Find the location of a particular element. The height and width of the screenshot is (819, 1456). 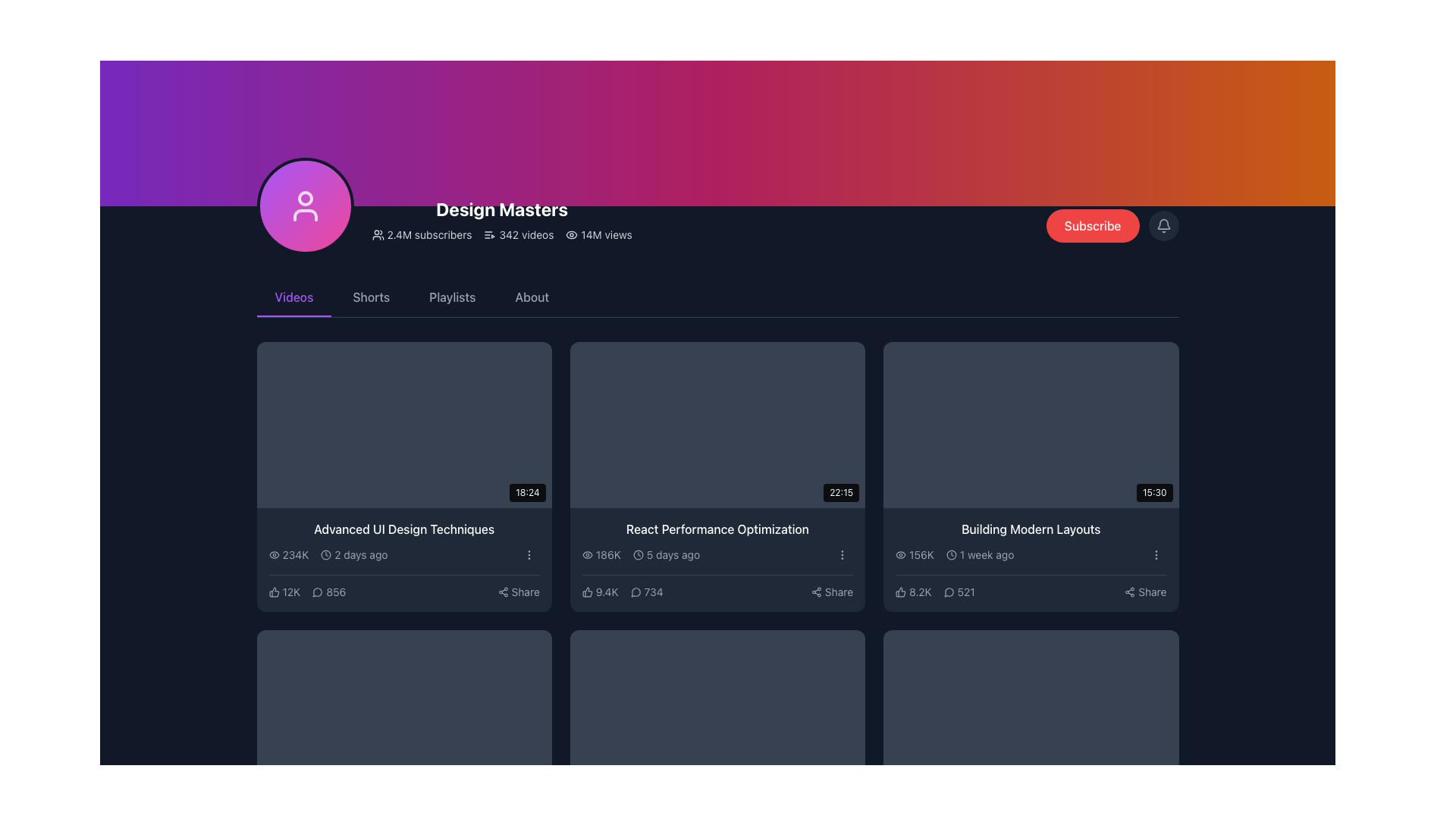

the SVG circle that represents the user profile or avatar icon, located at the top of the user profile graphic is located at coordinates (304, 198).